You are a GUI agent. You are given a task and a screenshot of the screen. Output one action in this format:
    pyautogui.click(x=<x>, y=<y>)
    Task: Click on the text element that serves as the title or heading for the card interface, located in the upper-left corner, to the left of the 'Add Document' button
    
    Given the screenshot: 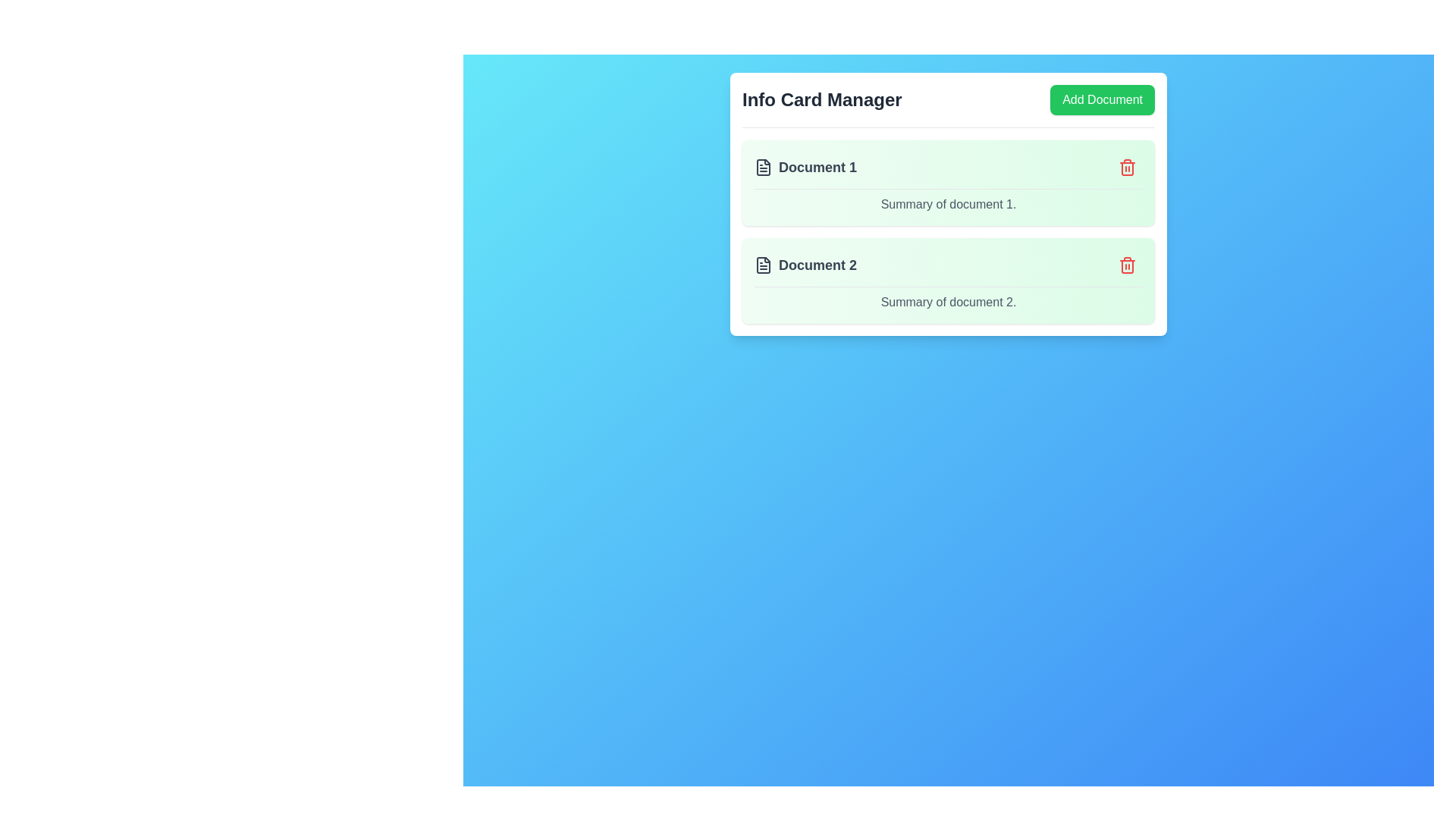 What is the action you would take?
    pyautogui.click(x=821, y=99)
    